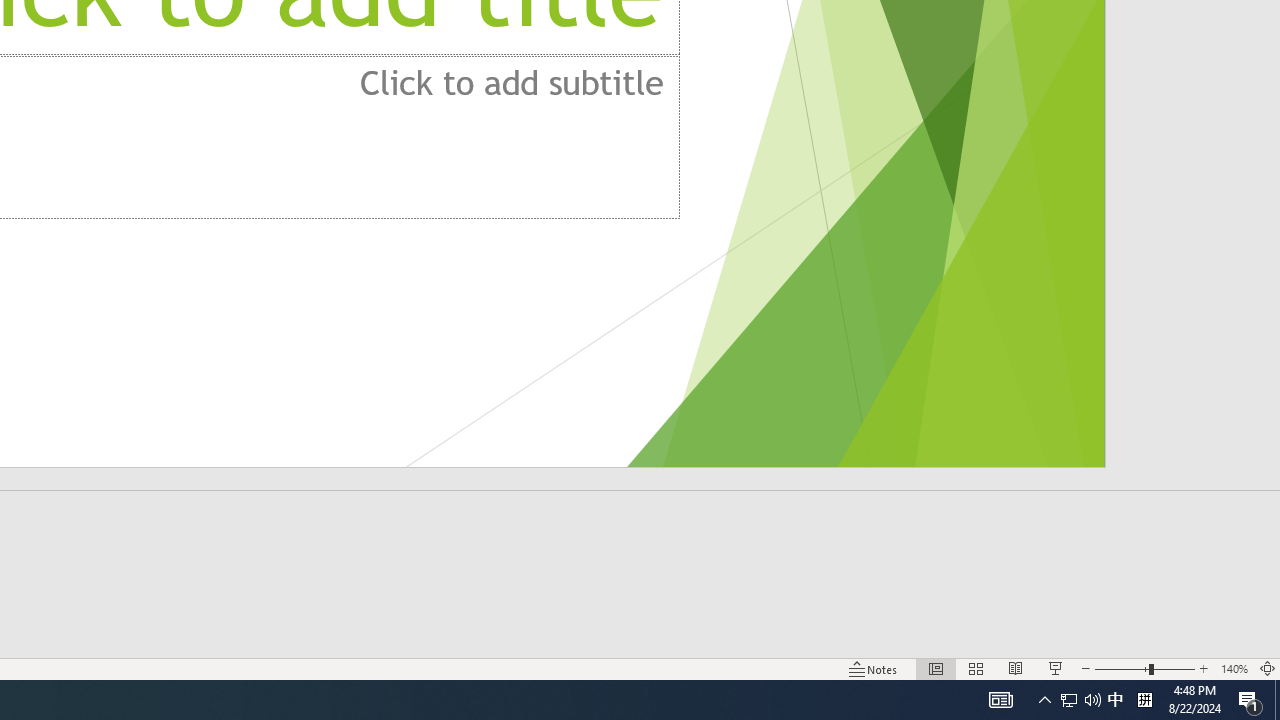 This screenshot has height=720, width=1280. What do you see at coordinates (935, 669) in the screenshot?
I see `'Normal'` at bounding box center [935, 669].